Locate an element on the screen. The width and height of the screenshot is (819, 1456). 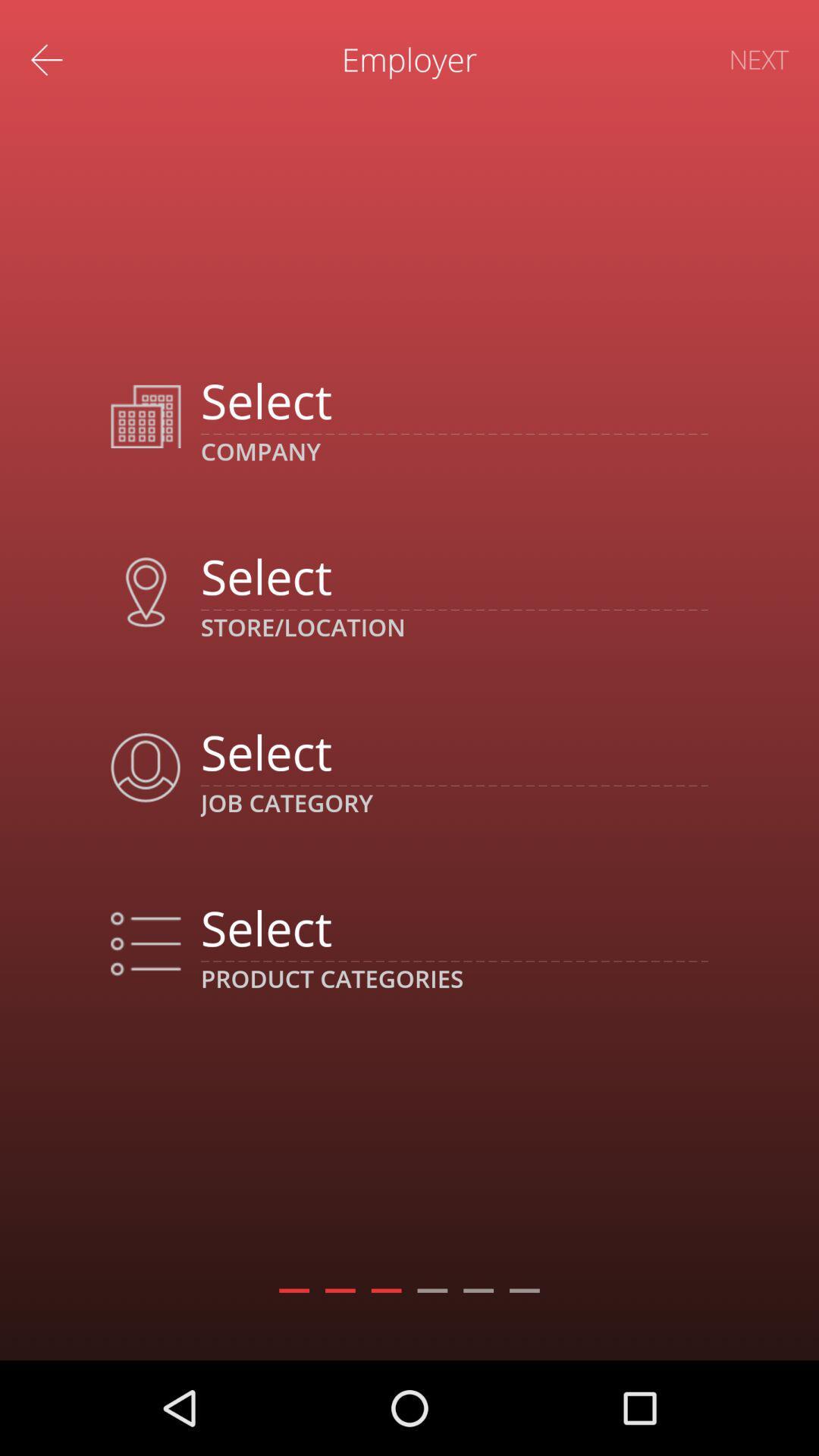
the icon in the fourth option is located at coordinates (146, 943).